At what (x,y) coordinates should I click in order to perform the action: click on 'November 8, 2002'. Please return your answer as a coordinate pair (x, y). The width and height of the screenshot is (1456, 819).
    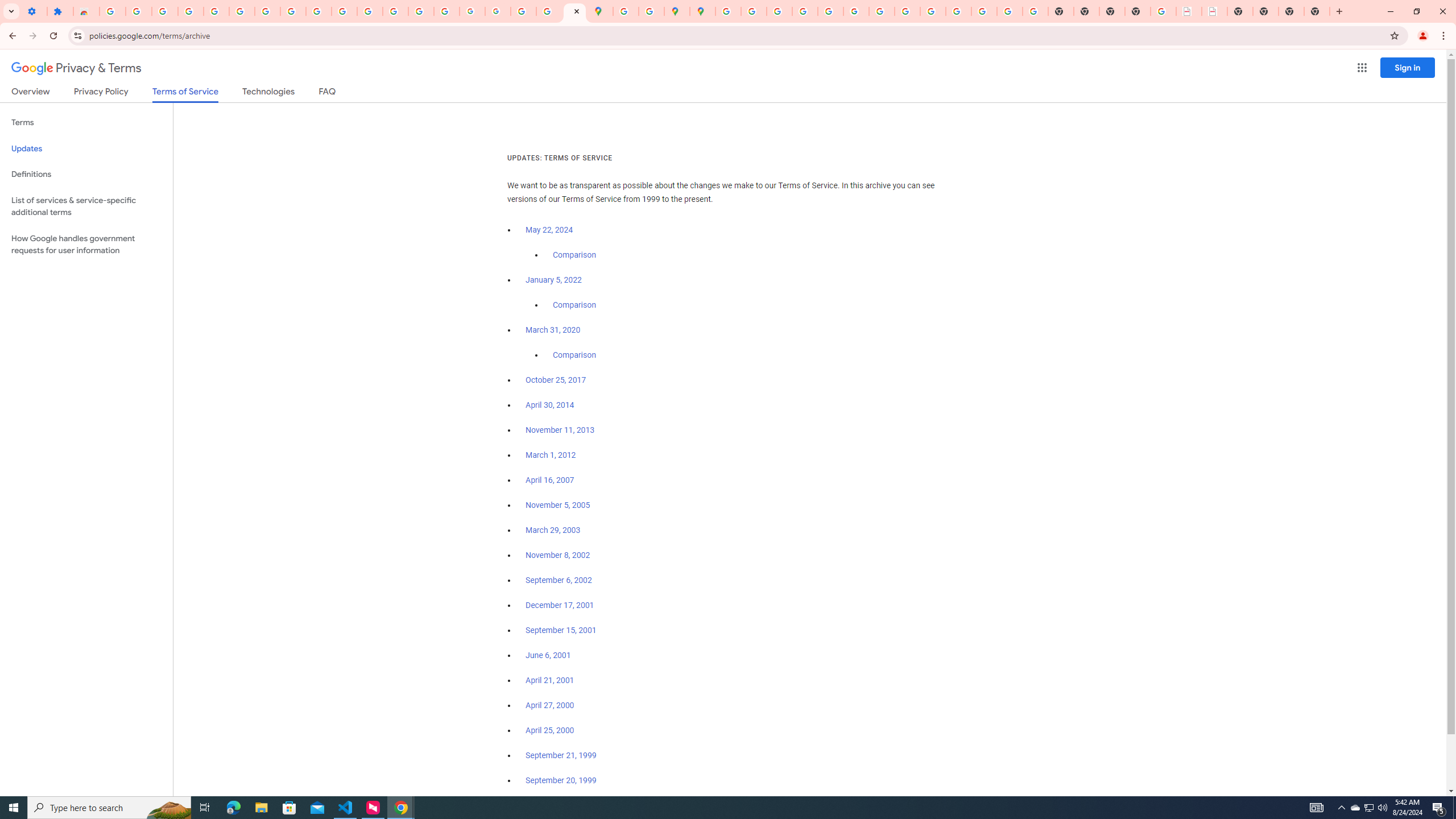
    Looking at the image, I should click on (557, 555).